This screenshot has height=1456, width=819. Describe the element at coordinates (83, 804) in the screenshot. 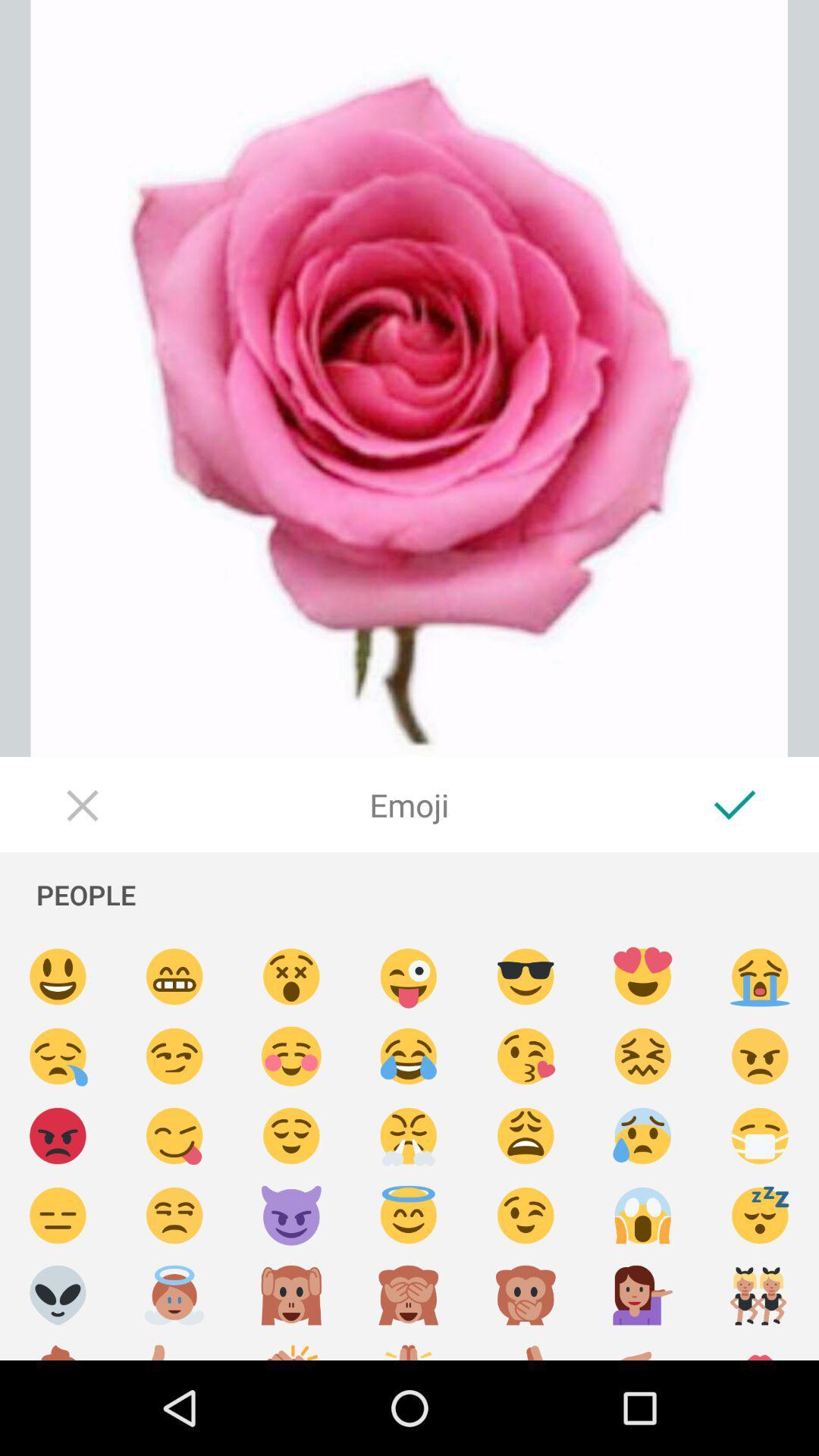

I see `the close icon` at that location.